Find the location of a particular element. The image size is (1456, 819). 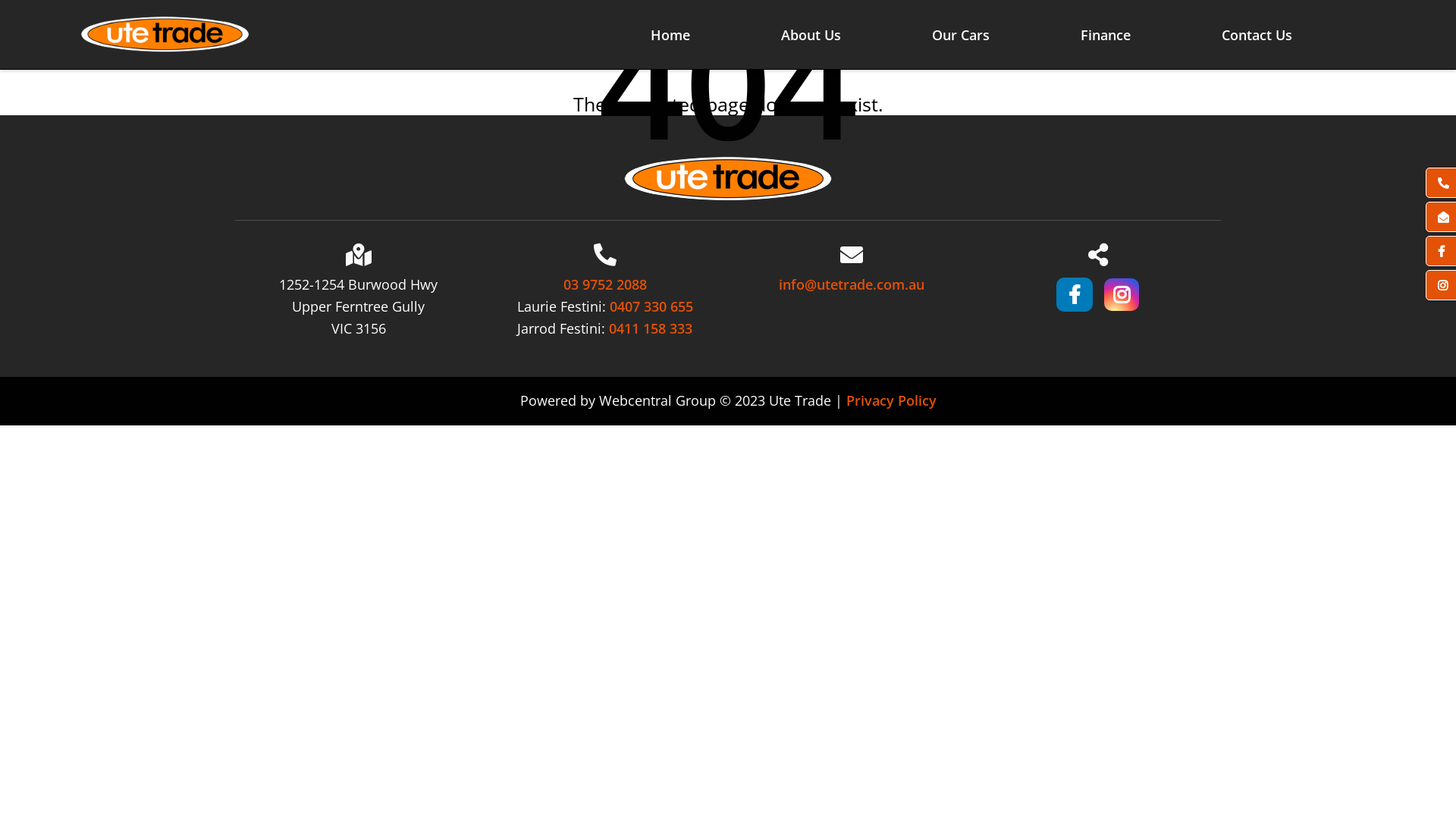

'Finance' is located at coordinates (1080, 34).